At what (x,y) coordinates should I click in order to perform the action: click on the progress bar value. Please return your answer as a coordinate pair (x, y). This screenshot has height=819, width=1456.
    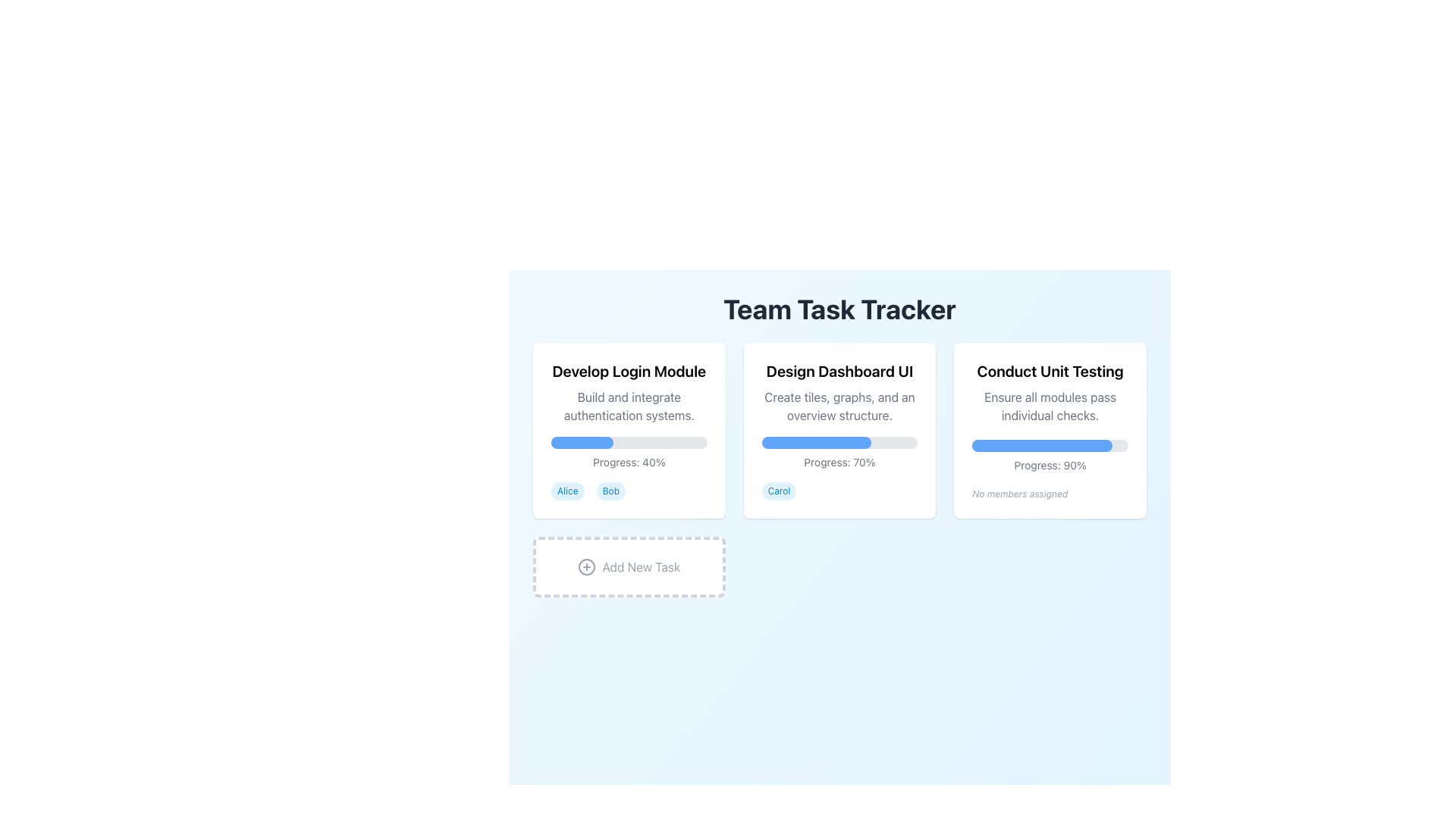
    Looking at the image, I should click on (602, 442).